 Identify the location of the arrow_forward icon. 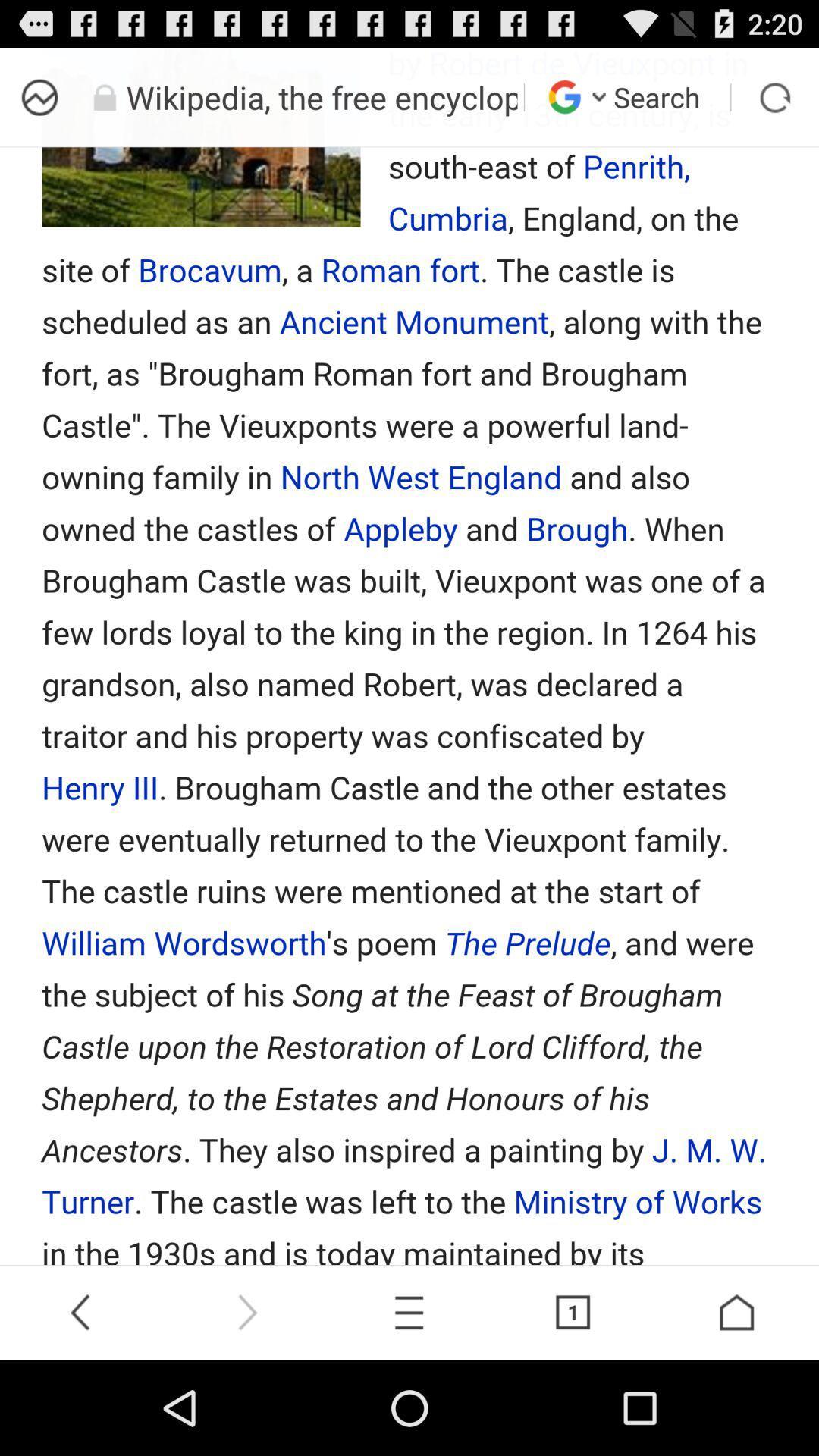
(245, 1404).